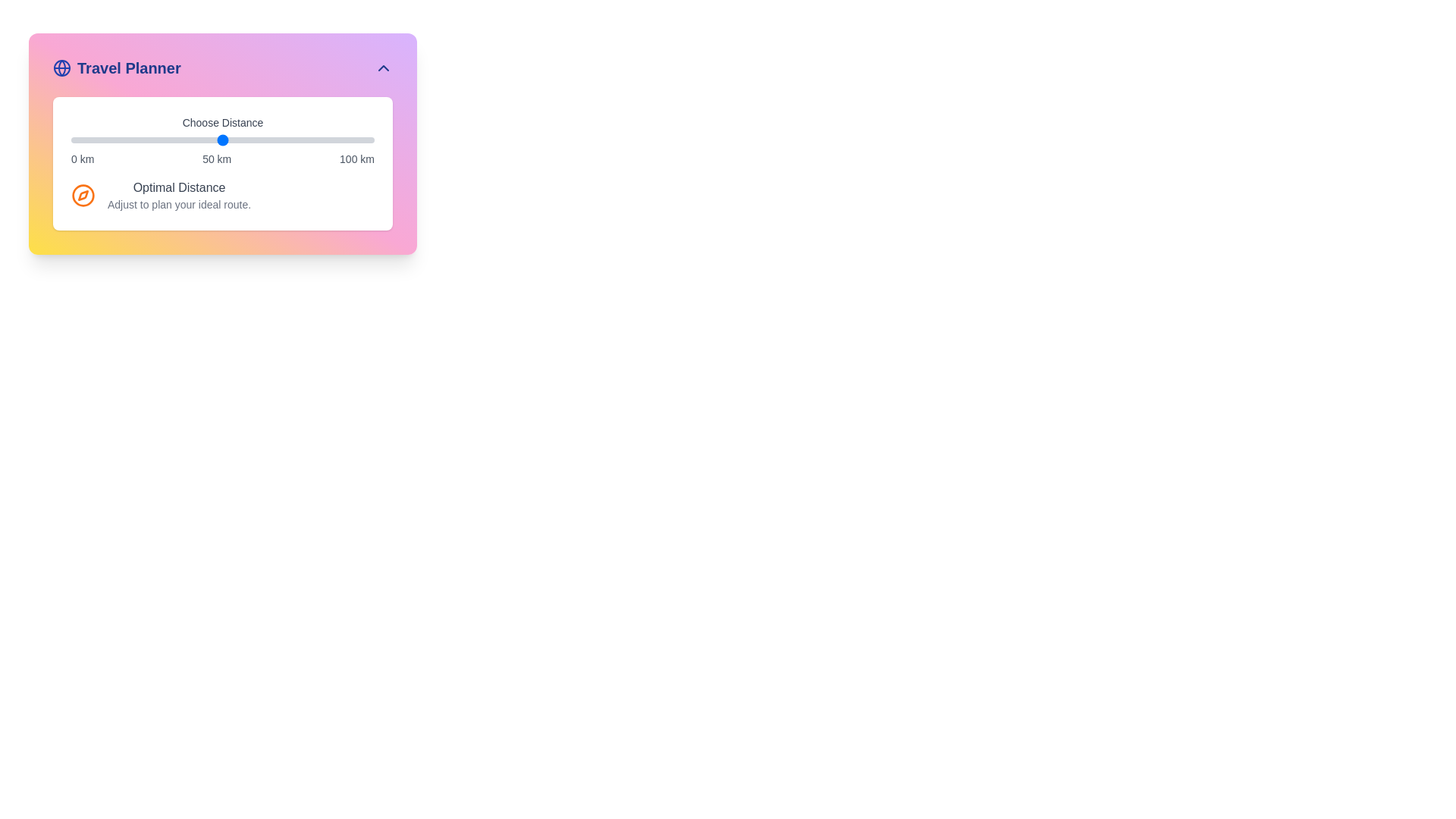  Describe the element at coordinates (83, 194) in the screenshot. I see `the decorative compass-like icon within the 'Travel Planner' card that features orange hues, located at the center of the compass graphic` at that location.